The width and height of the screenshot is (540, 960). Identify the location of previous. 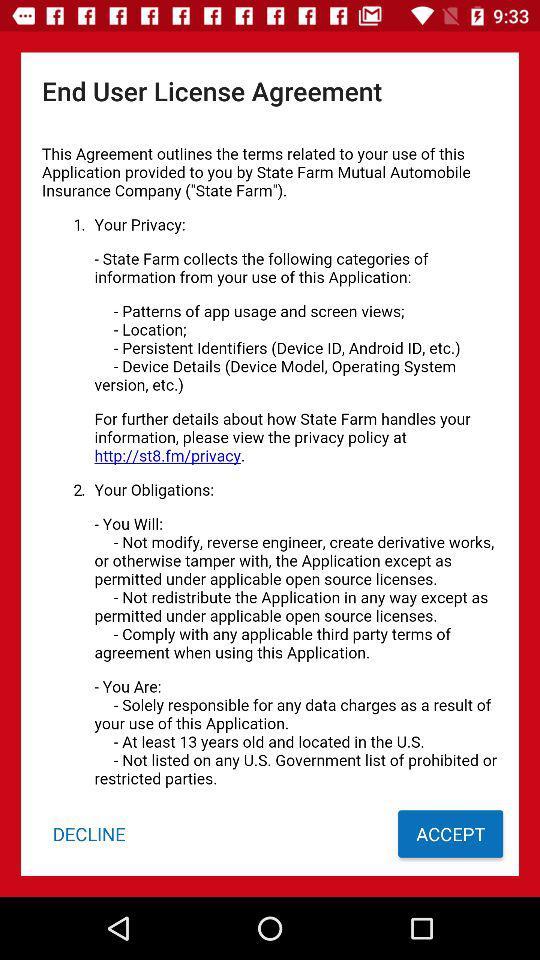
(270, 460).